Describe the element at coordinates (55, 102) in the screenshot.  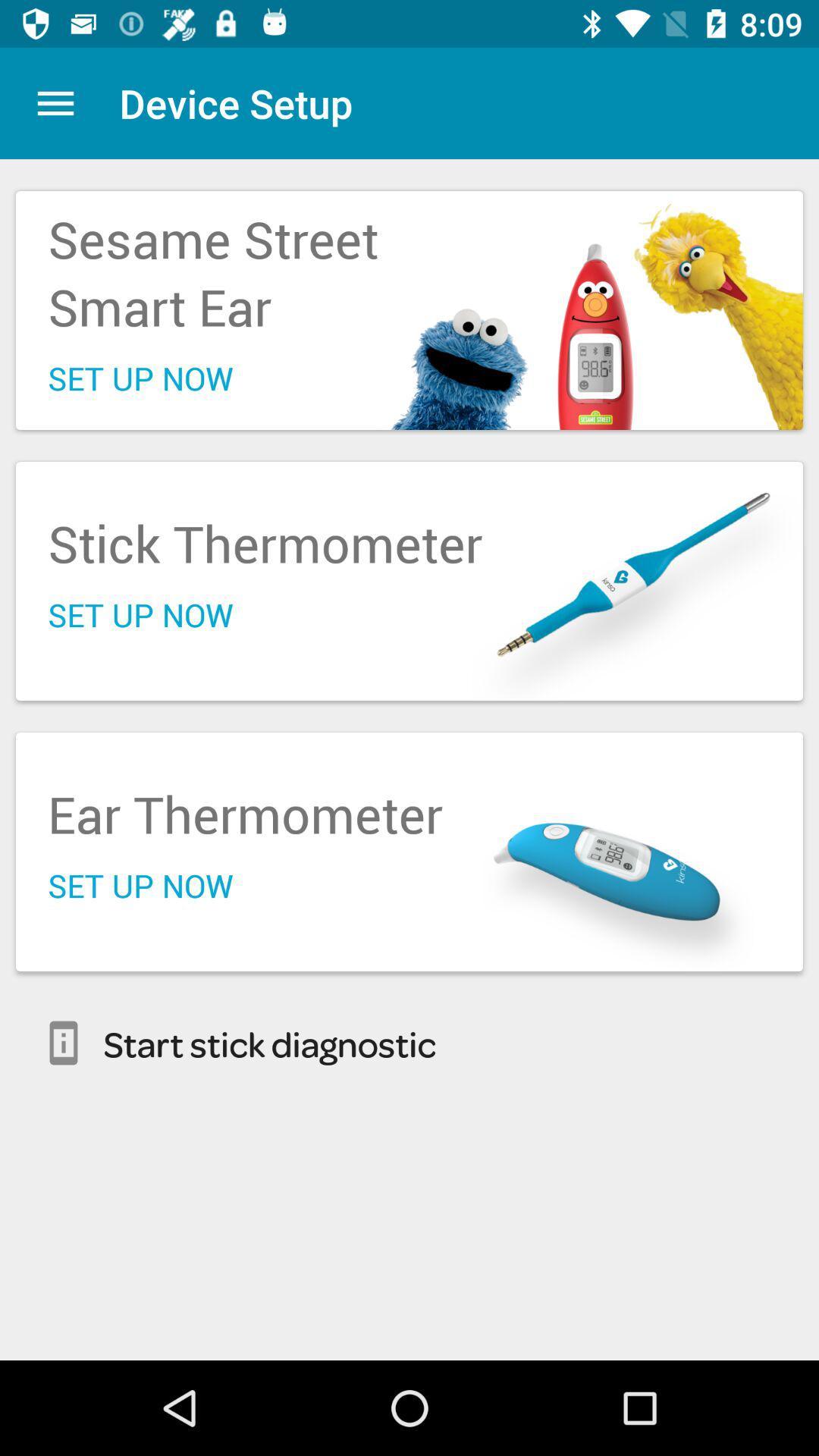
I see `the icon next to the device setup` at that location.